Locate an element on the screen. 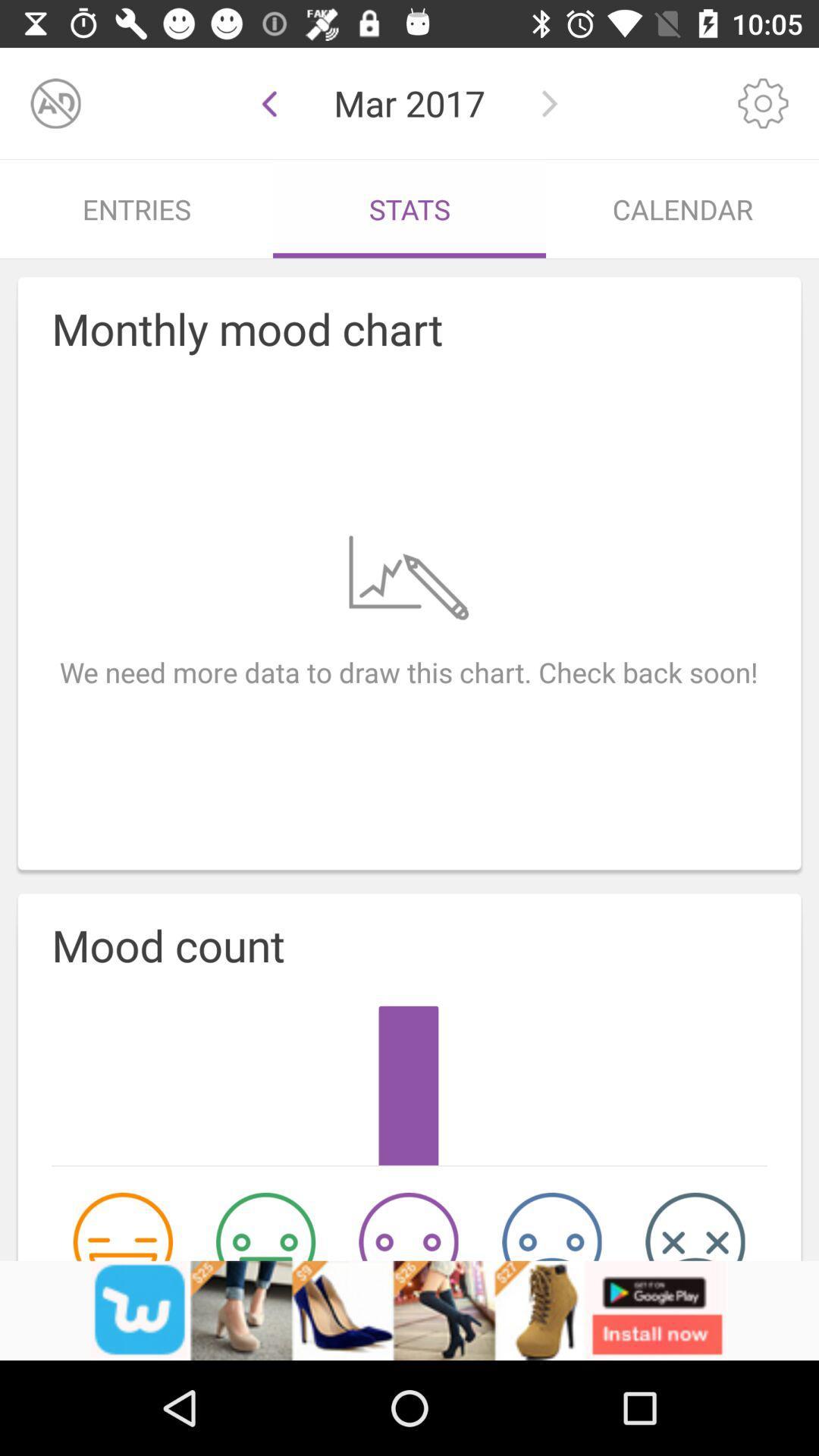  previous page is located at coordinates (268, 102).